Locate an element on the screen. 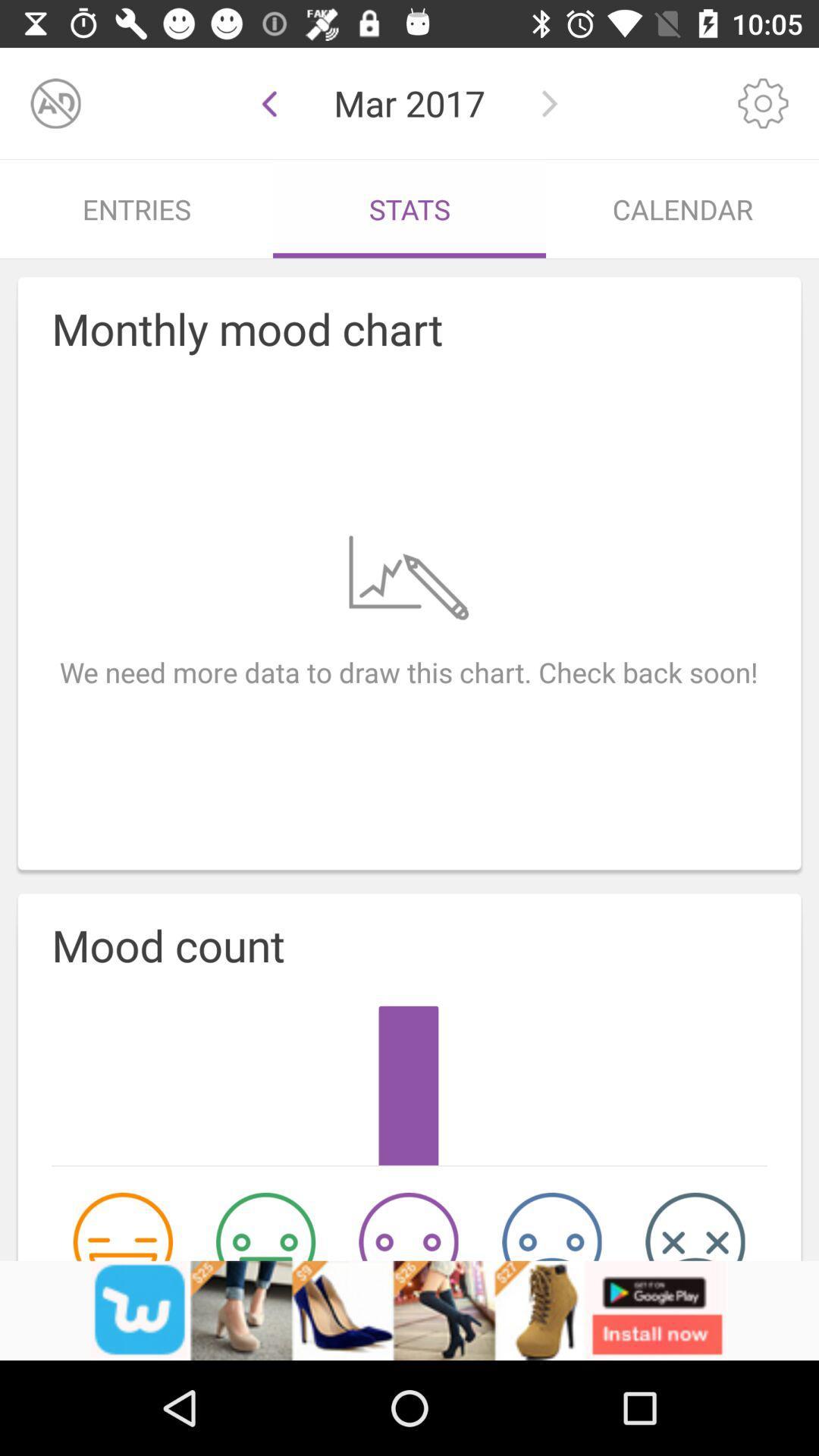  previous page is located at coordinates (268, 102).